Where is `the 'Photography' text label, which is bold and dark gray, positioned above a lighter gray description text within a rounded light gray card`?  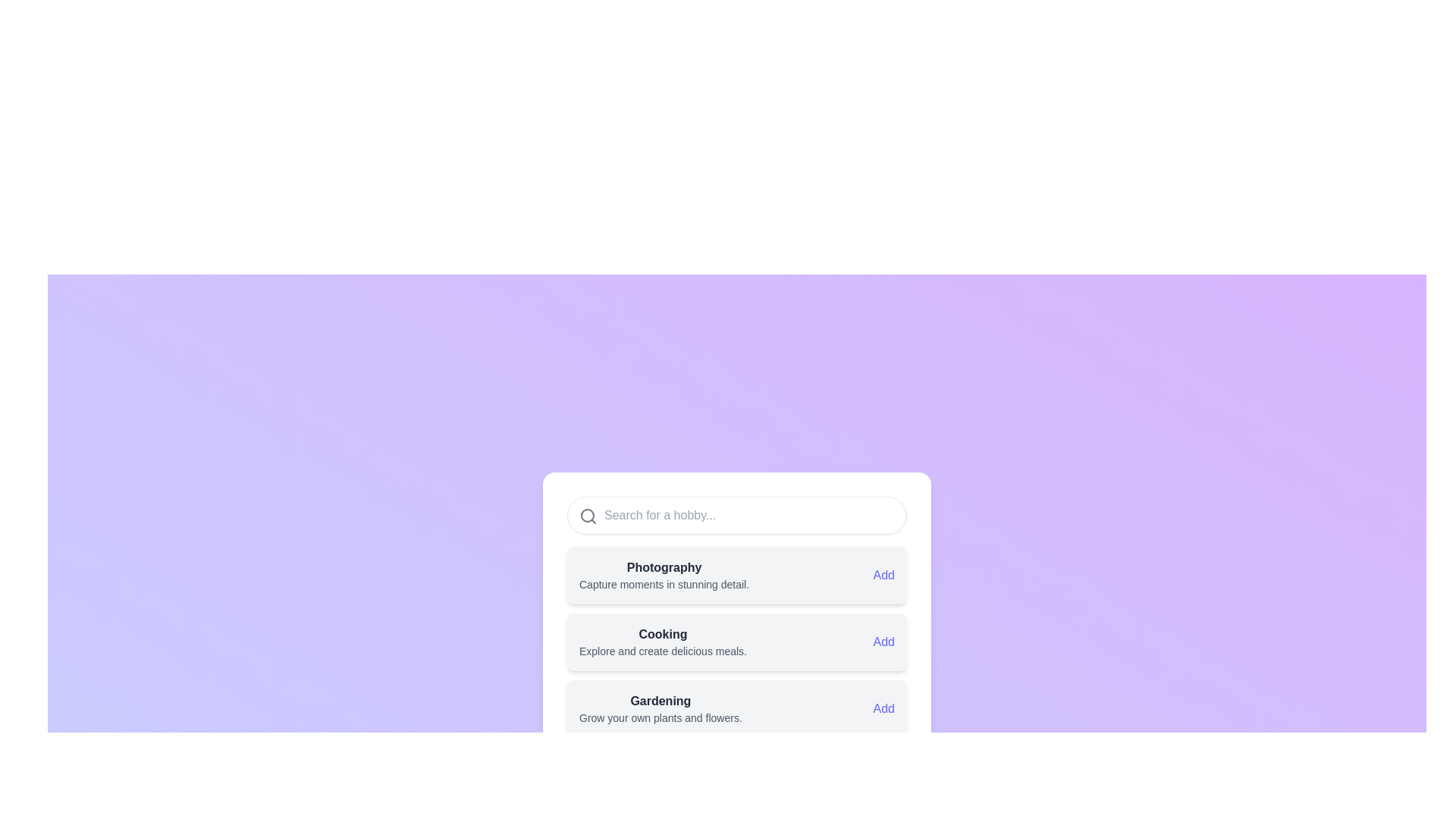
the 'Photography' text label, which is bold and dark gray, positioned above a lighter gray description text within a rounded light gray card is located at coordinates (664, 576).